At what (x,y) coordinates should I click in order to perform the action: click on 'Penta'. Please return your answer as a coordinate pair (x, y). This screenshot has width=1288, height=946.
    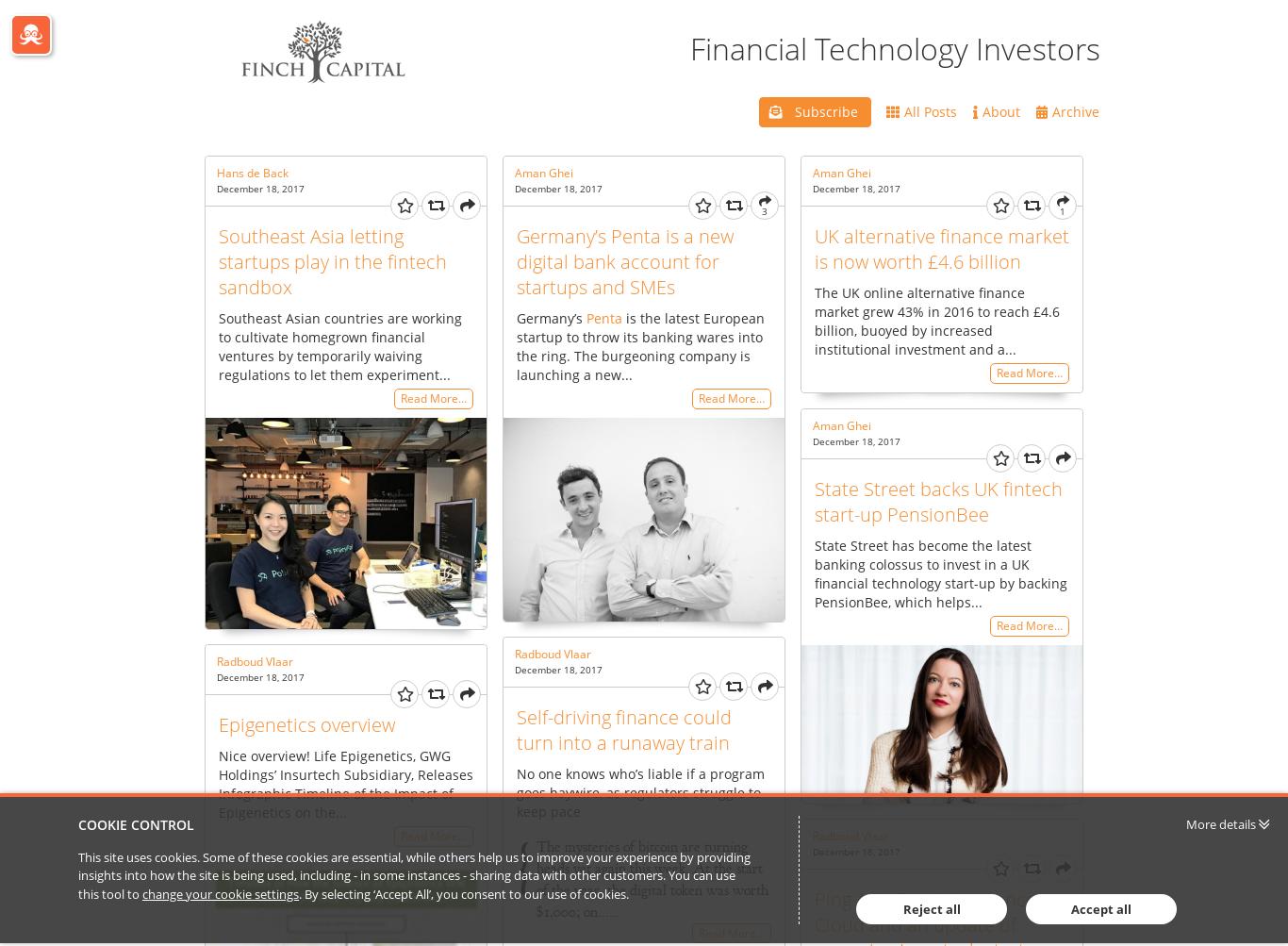
    Looking at the image, I should click on (603, 316).